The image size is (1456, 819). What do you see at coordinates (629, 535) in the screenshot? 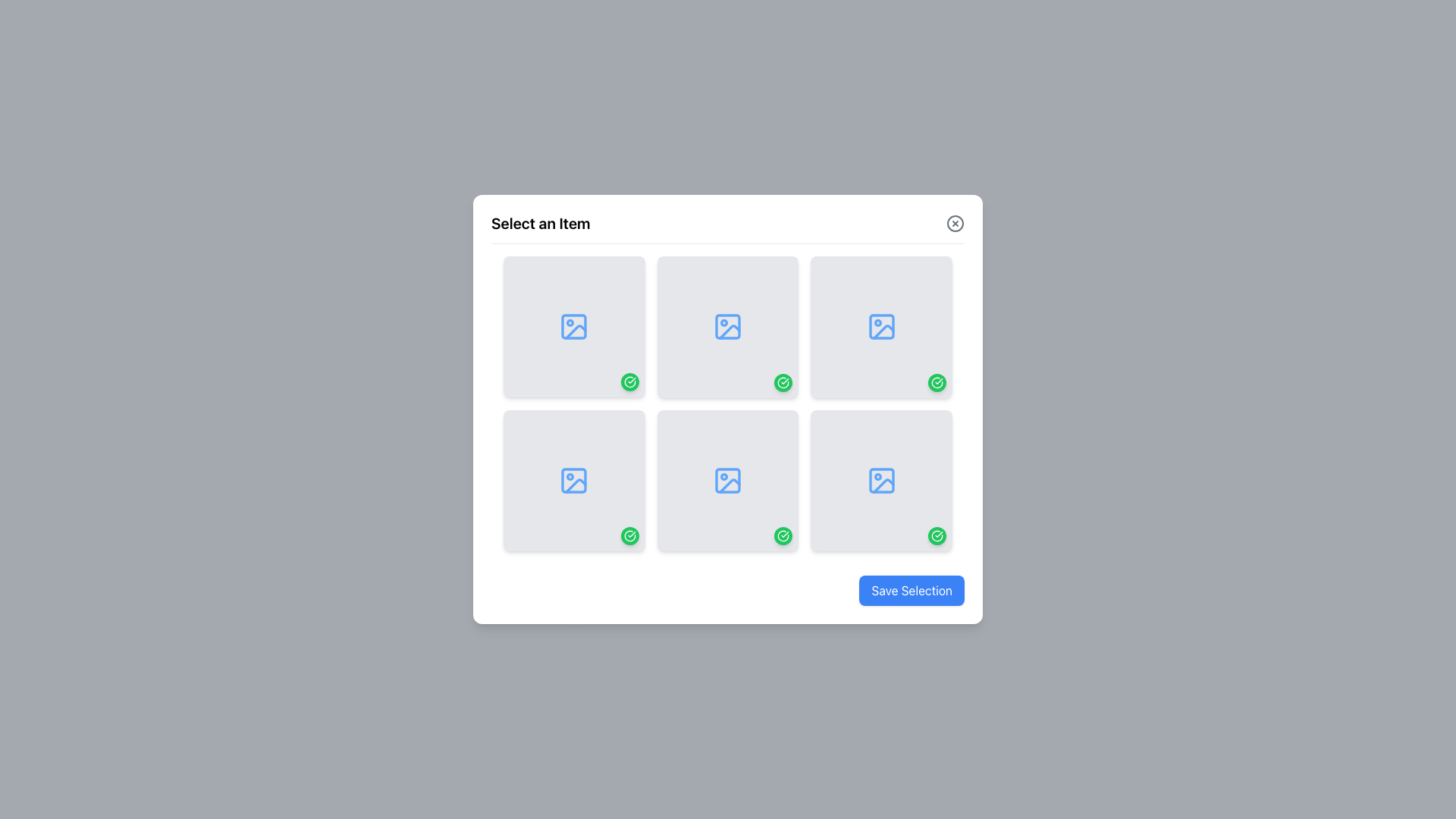
I see `the circular icon with a check mark inside a green circle located` at bounding box center [629, 535].